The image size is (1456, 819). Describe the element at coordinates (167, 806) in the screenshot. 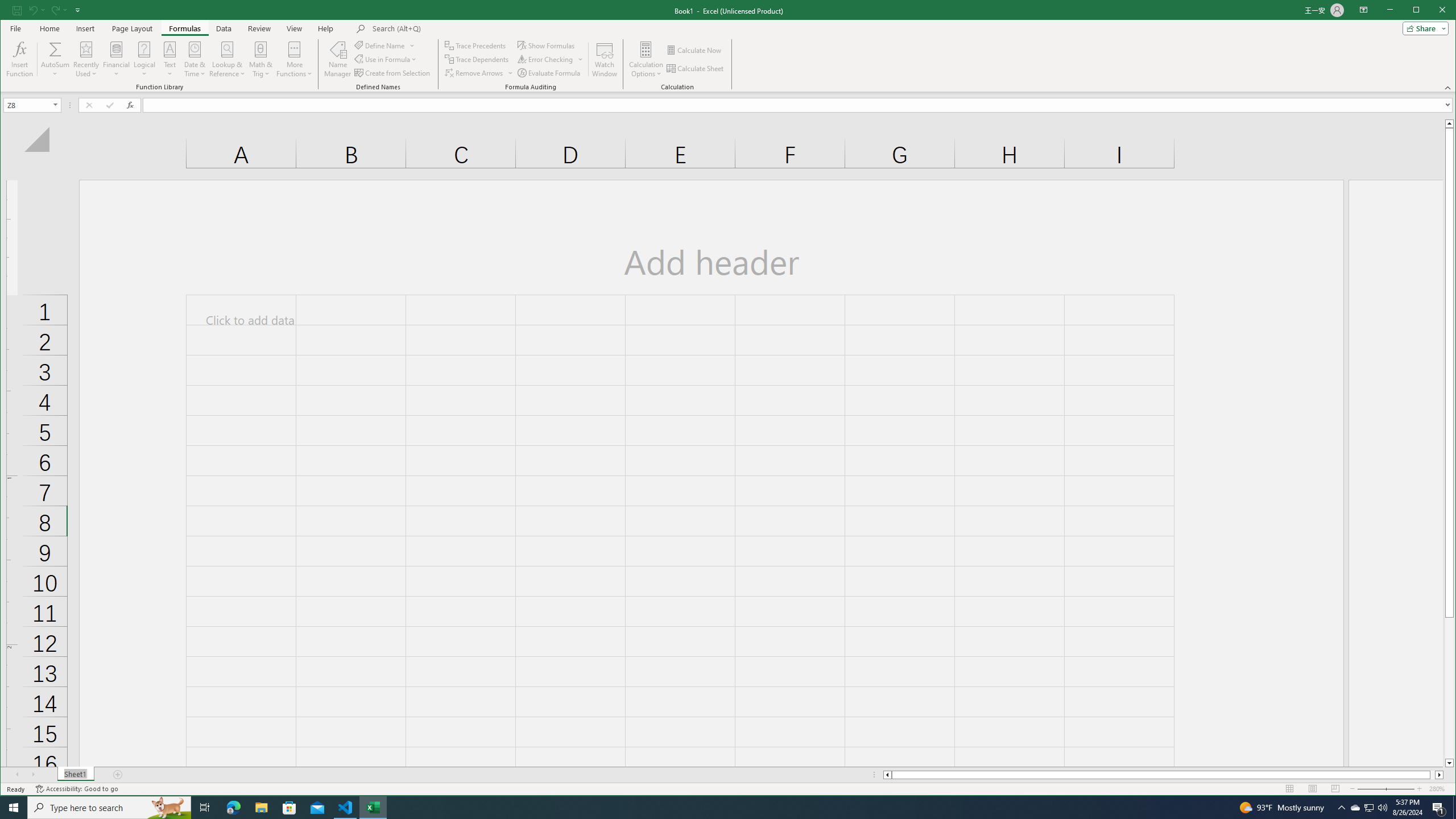

I see `'Search highlights icon opens search home window'` at that location.